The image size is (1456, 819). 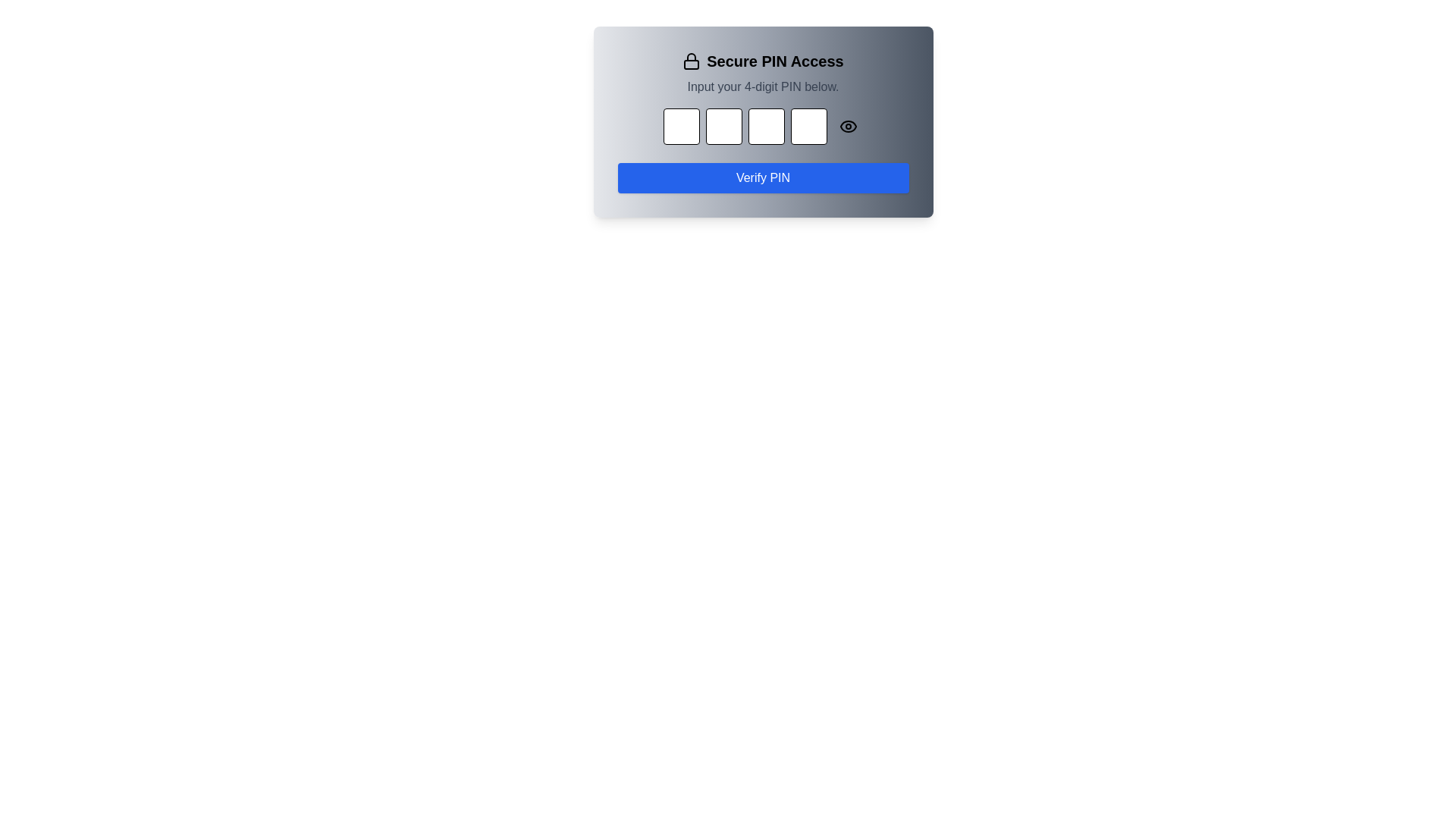 What do you see at coordinates (847, 125) in the screenshot?
I see `the eye icon button located at the far right of the PIN entry interface` at bounding box center [847, 125].